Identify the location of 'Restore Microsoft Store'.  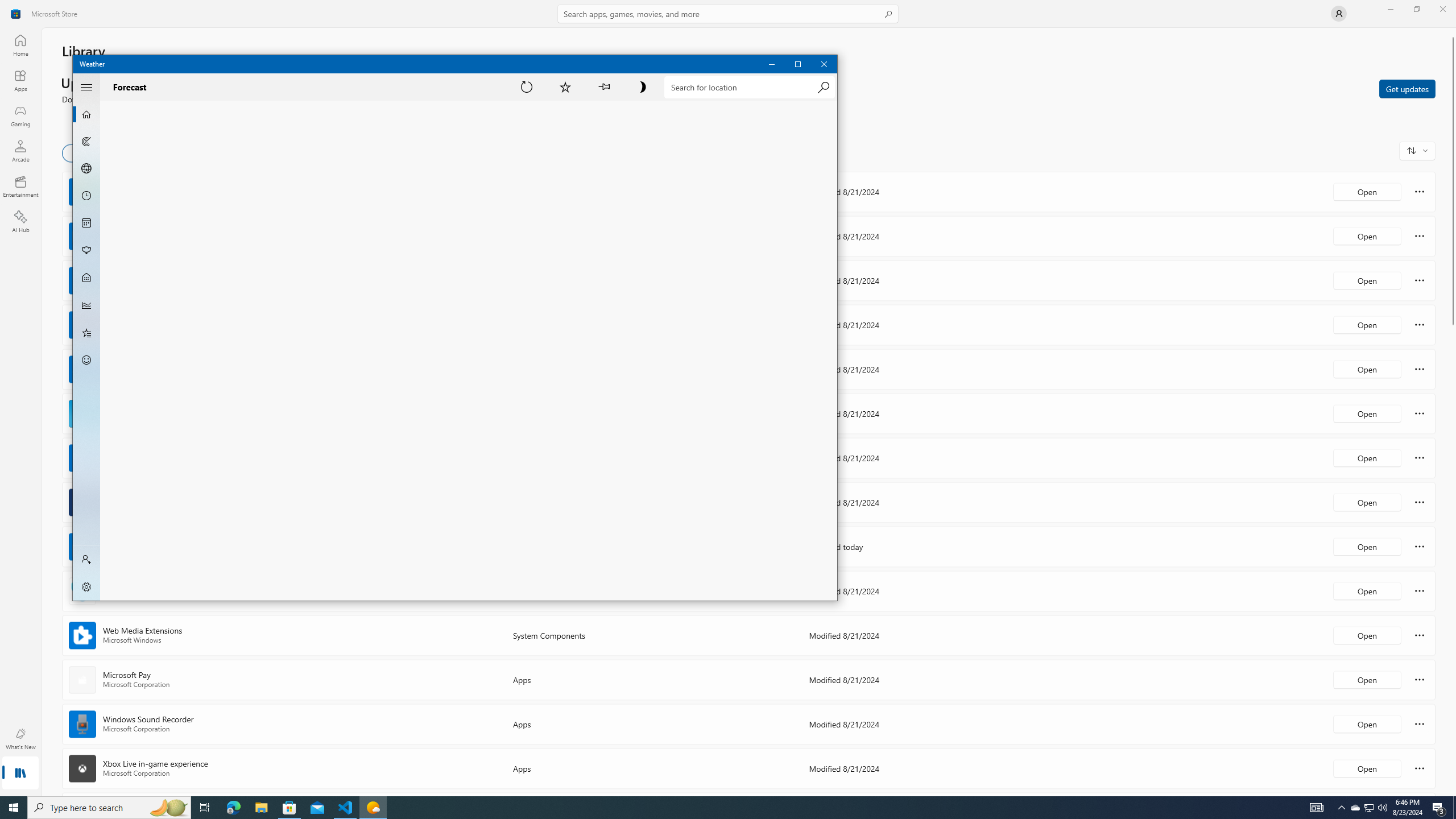
(1416, 9).